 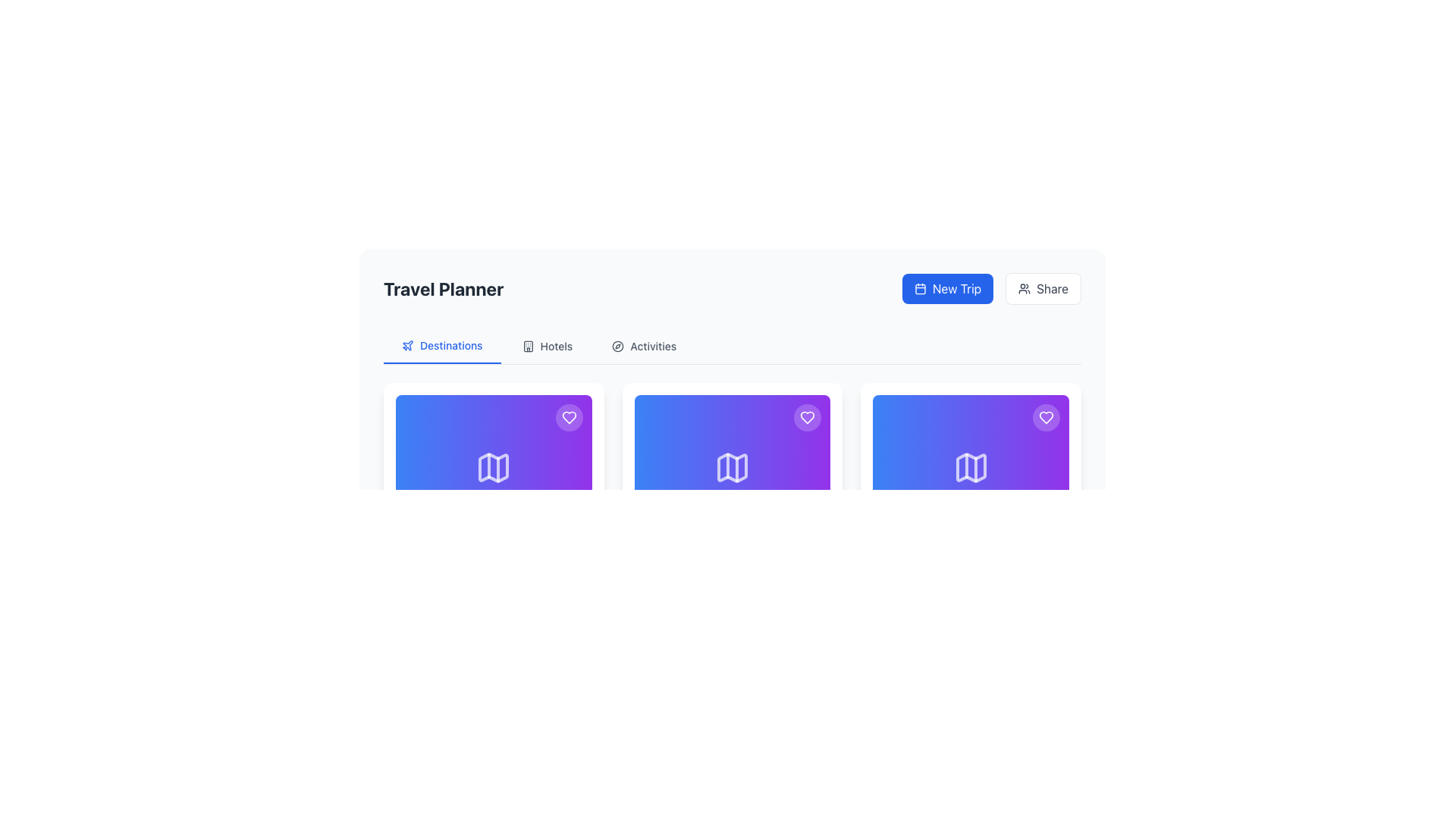 What do you see at coordinates (568, 418) in the screenshot?
I see `the heart-shaped icon located within the rounded button in the top-right corner of the first card in the horizontally-aligned list` at bounding box center [568, 418].